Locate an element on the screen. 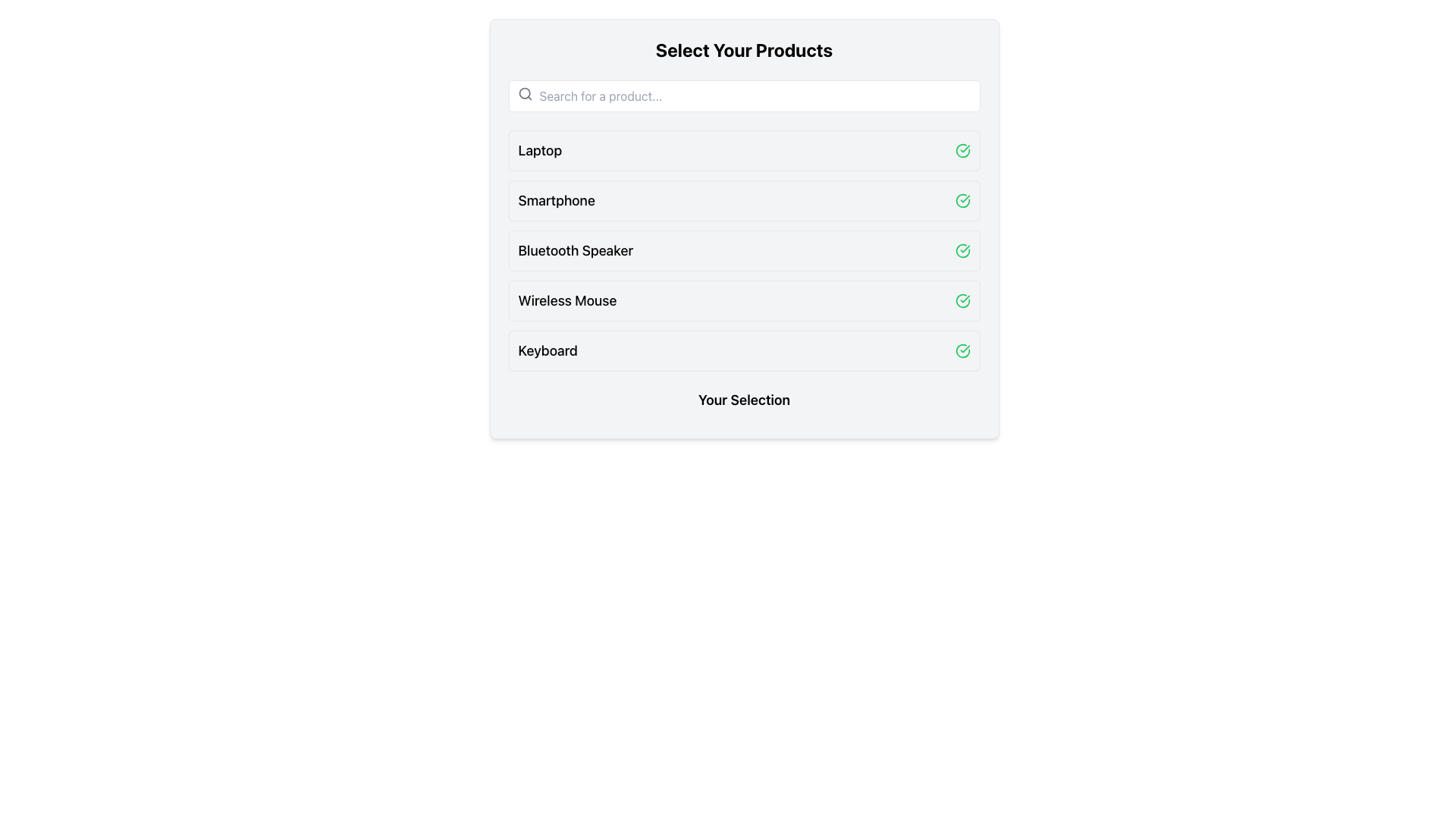  the 'Keyboard' button is located at coordinates (744, 350).